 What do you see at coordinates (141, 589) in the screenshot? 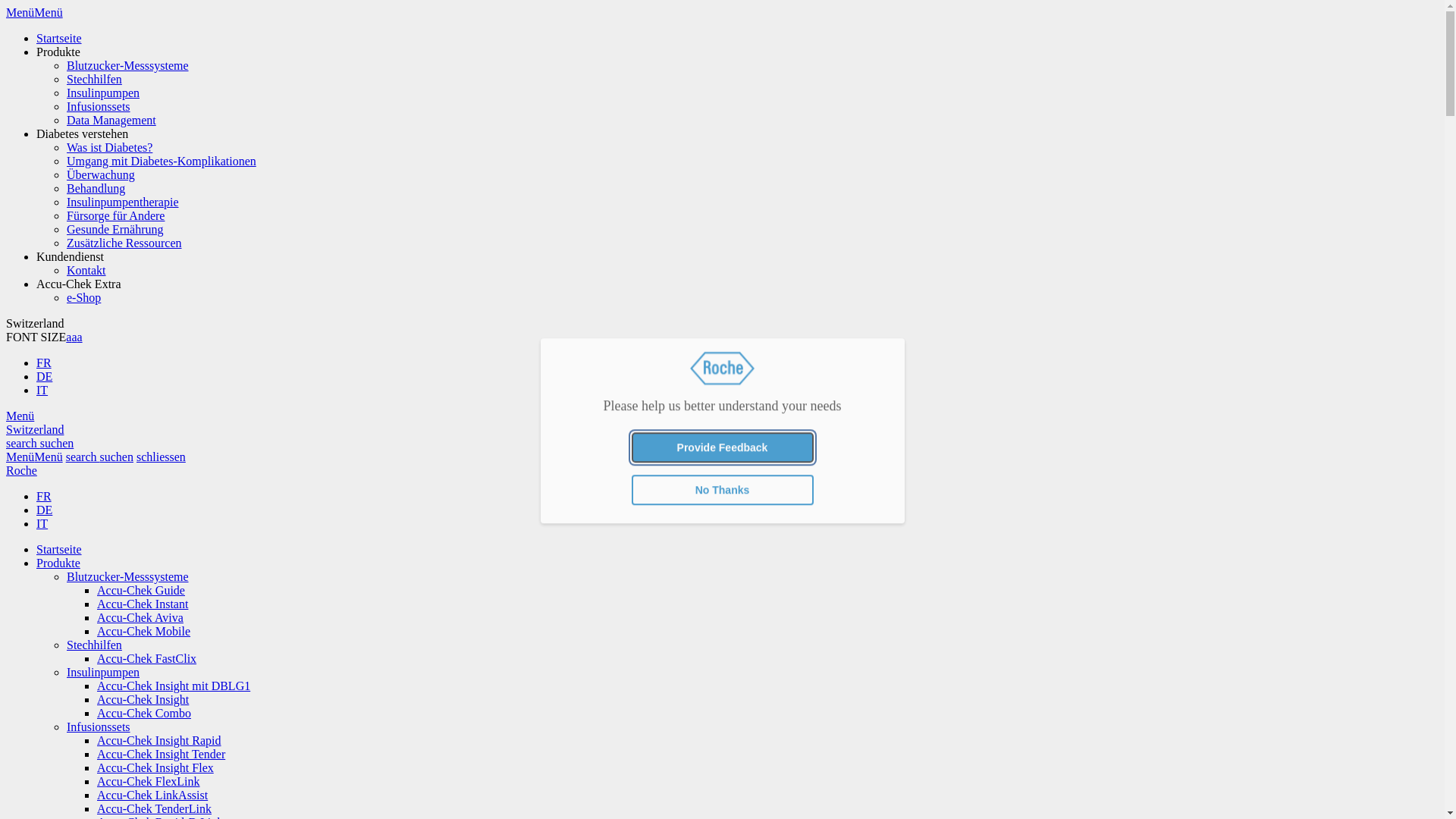
I see `'Accu-Chek Guide'` at bounding box center [141, 589].